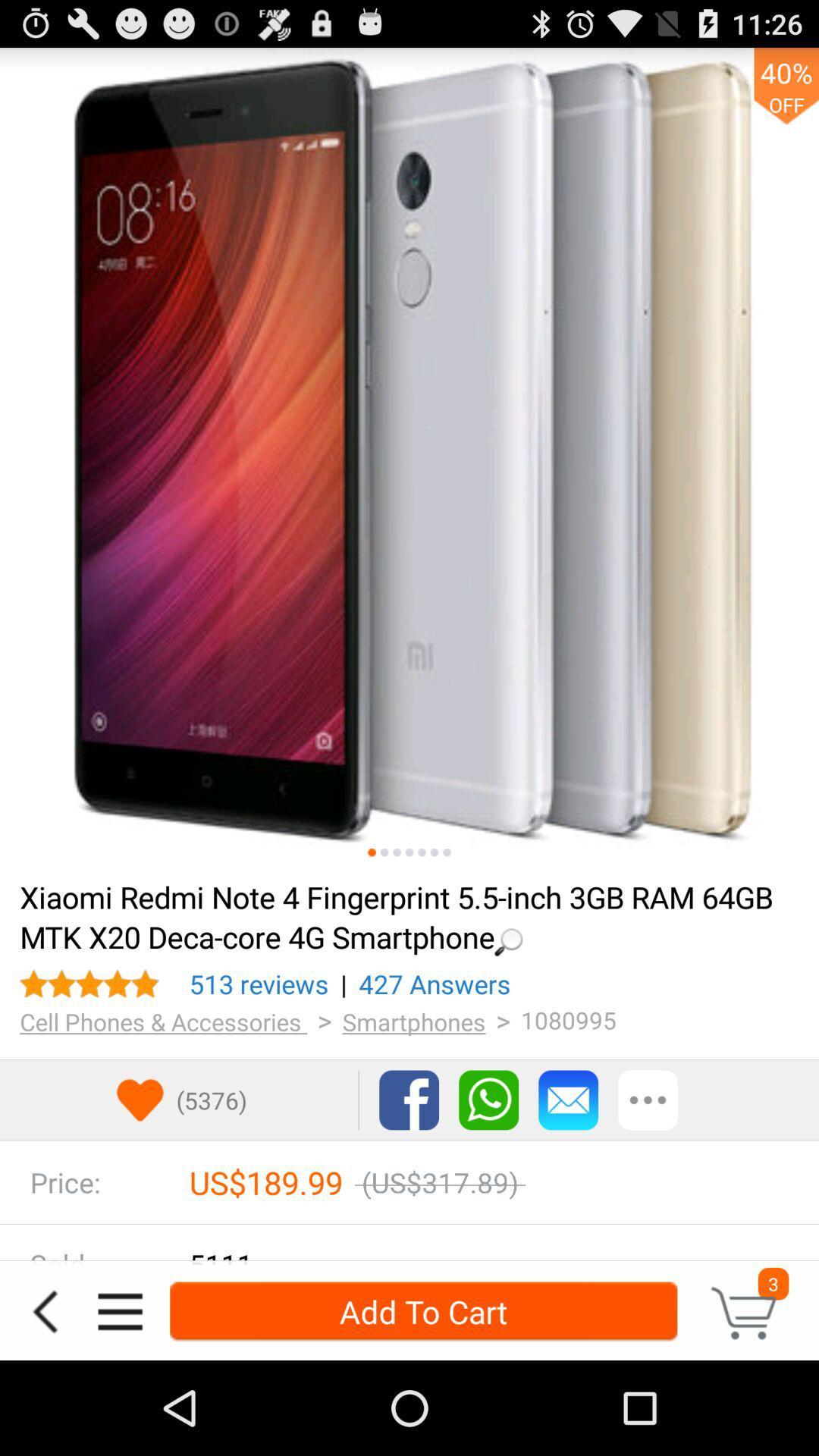  I want to click on the icon to the left of add to cart icon, so click(119, 1310).